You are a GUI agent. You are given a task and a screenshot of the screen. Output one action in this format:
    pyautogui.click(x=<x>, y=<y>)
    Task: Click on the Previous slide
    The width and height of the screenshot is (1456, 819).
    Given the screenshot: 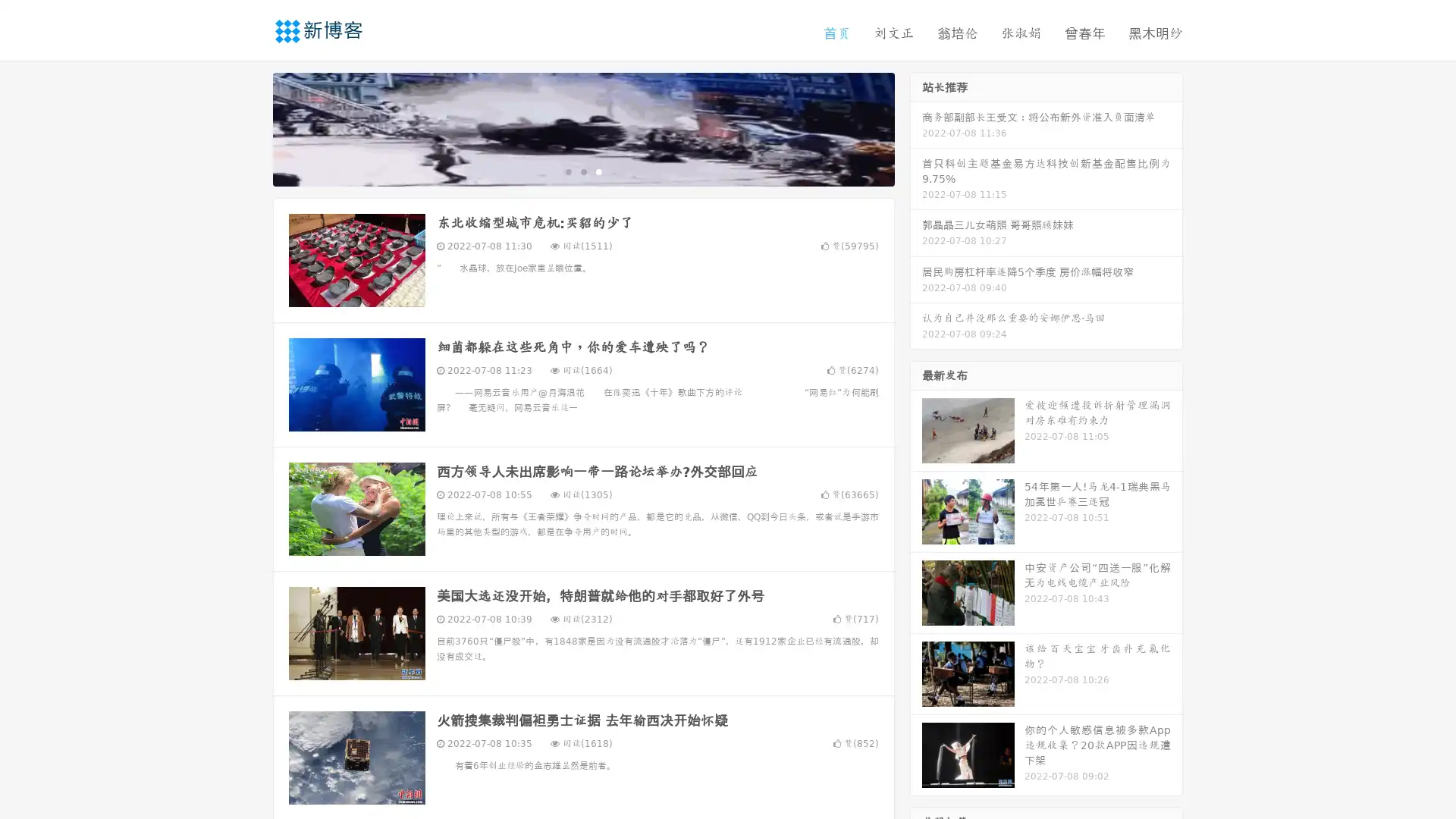 What is the action you would take?
    pyautogui.click(x=250, y=127)
    